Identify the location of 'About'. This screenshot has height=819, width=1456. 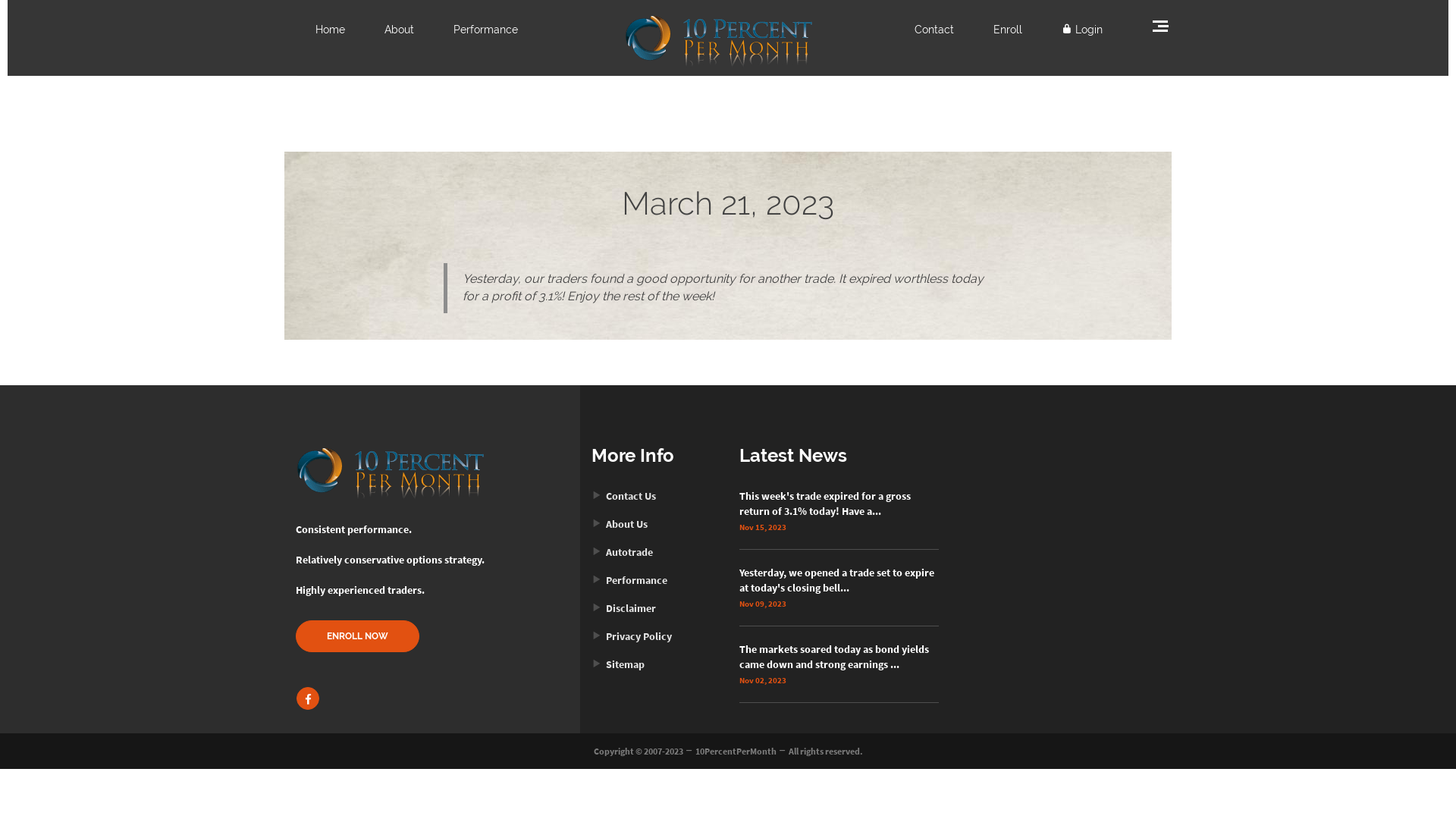
(399, 29).